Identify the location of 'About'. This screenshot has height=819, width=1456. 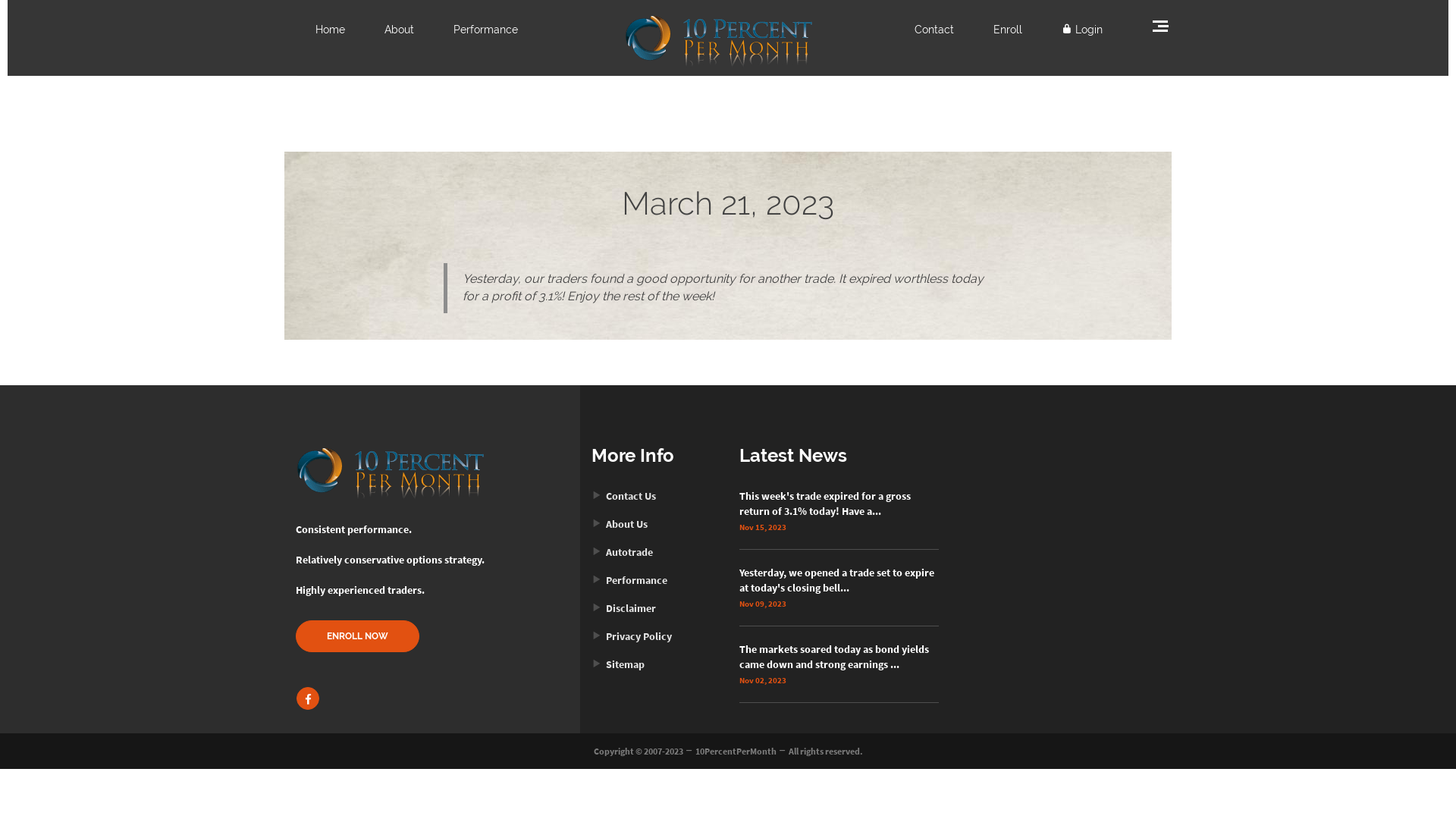
(399, 29).